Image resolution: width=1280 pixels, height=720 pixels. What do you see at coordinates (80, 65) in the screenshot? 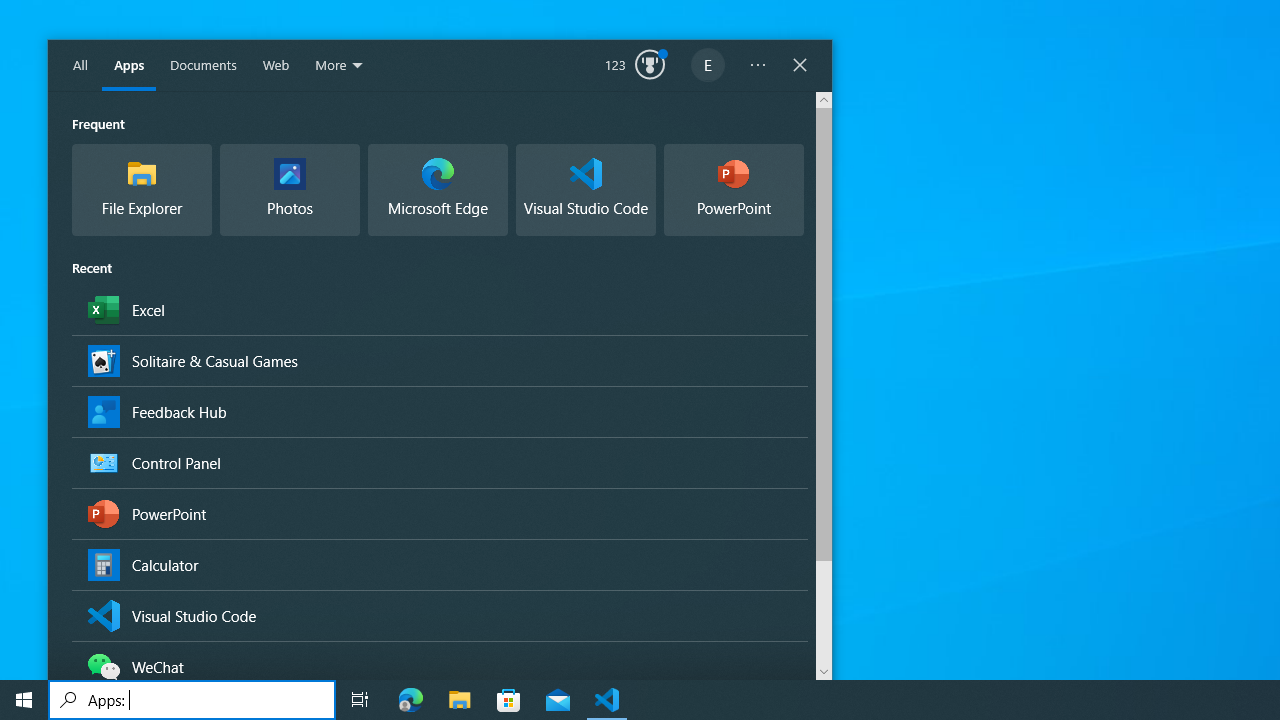
I see `'All'` at bounding box center [80, 65].